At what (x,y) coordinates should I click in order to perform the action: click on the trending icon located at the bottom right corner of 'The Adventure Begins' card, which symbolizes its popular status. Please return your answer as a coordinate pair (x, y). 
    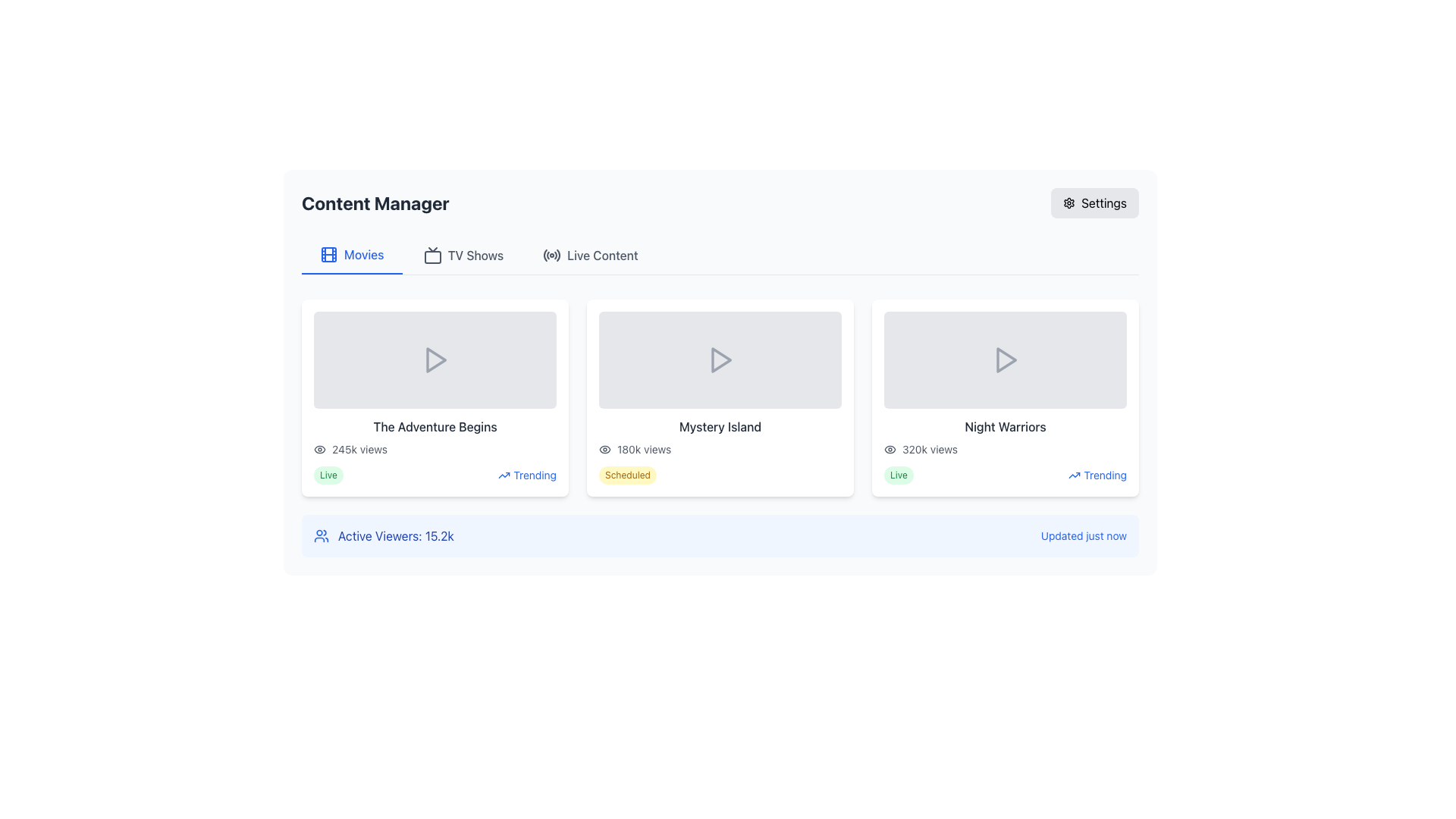
    Looking at the image, I should click on (504, 475).